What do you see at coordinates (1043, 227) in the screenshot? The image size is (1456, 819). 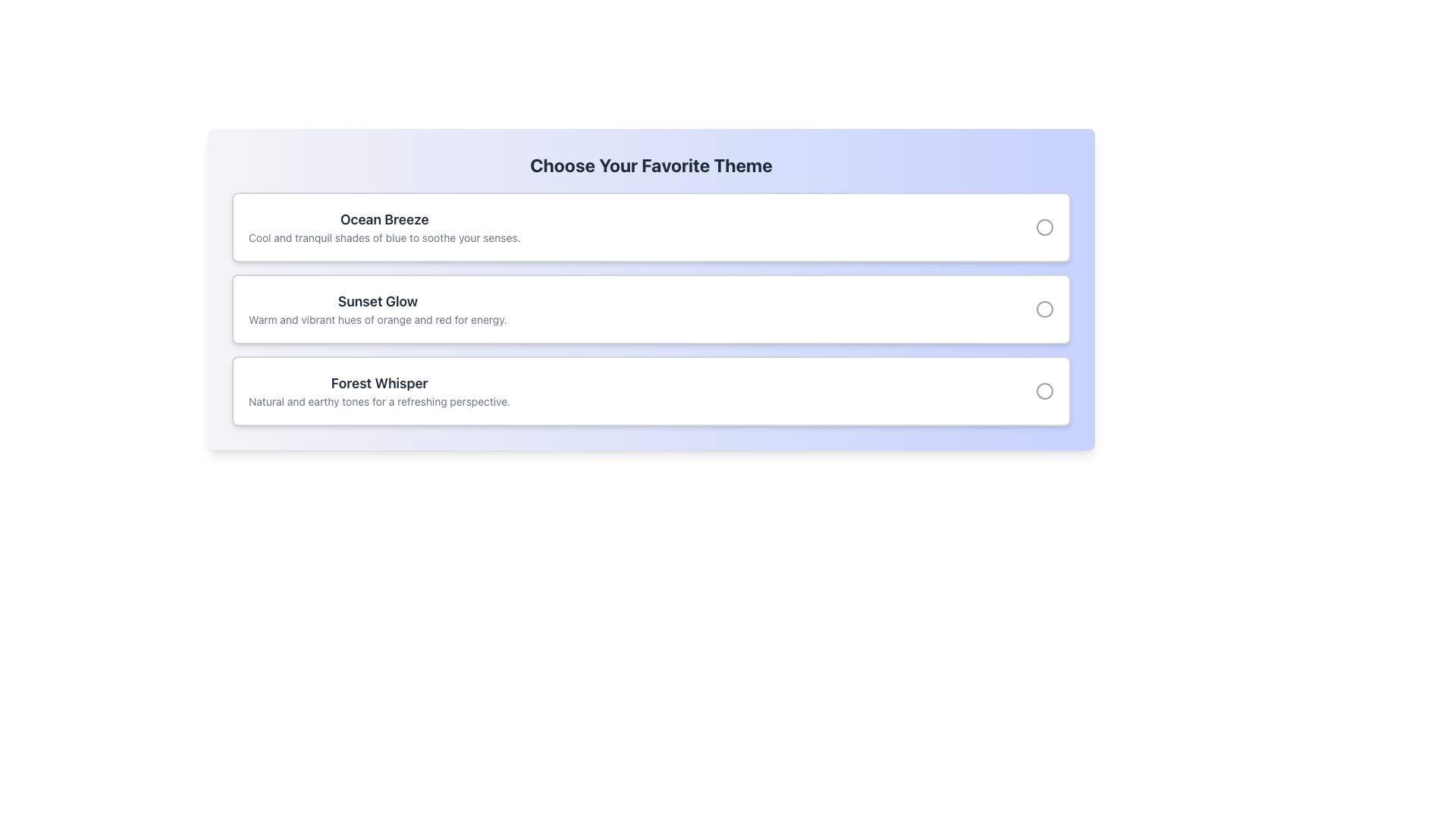 I see `the radio button located to the right of the text 'Ocean Breeze'` at bounding box center [1043, 227].